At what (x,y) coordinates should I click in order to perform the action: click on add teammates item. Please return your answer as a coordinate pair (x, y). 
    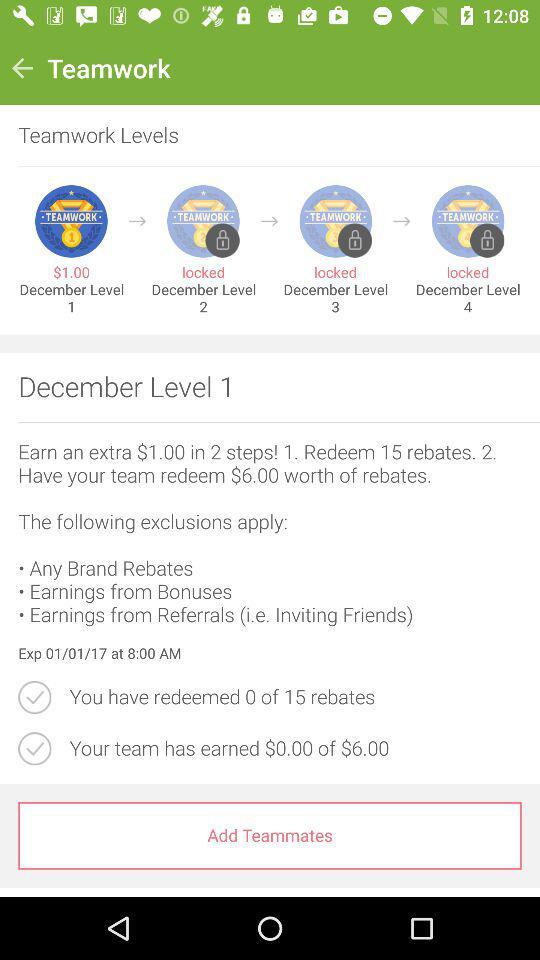
    Looking at the image, I should click on (270, 835).